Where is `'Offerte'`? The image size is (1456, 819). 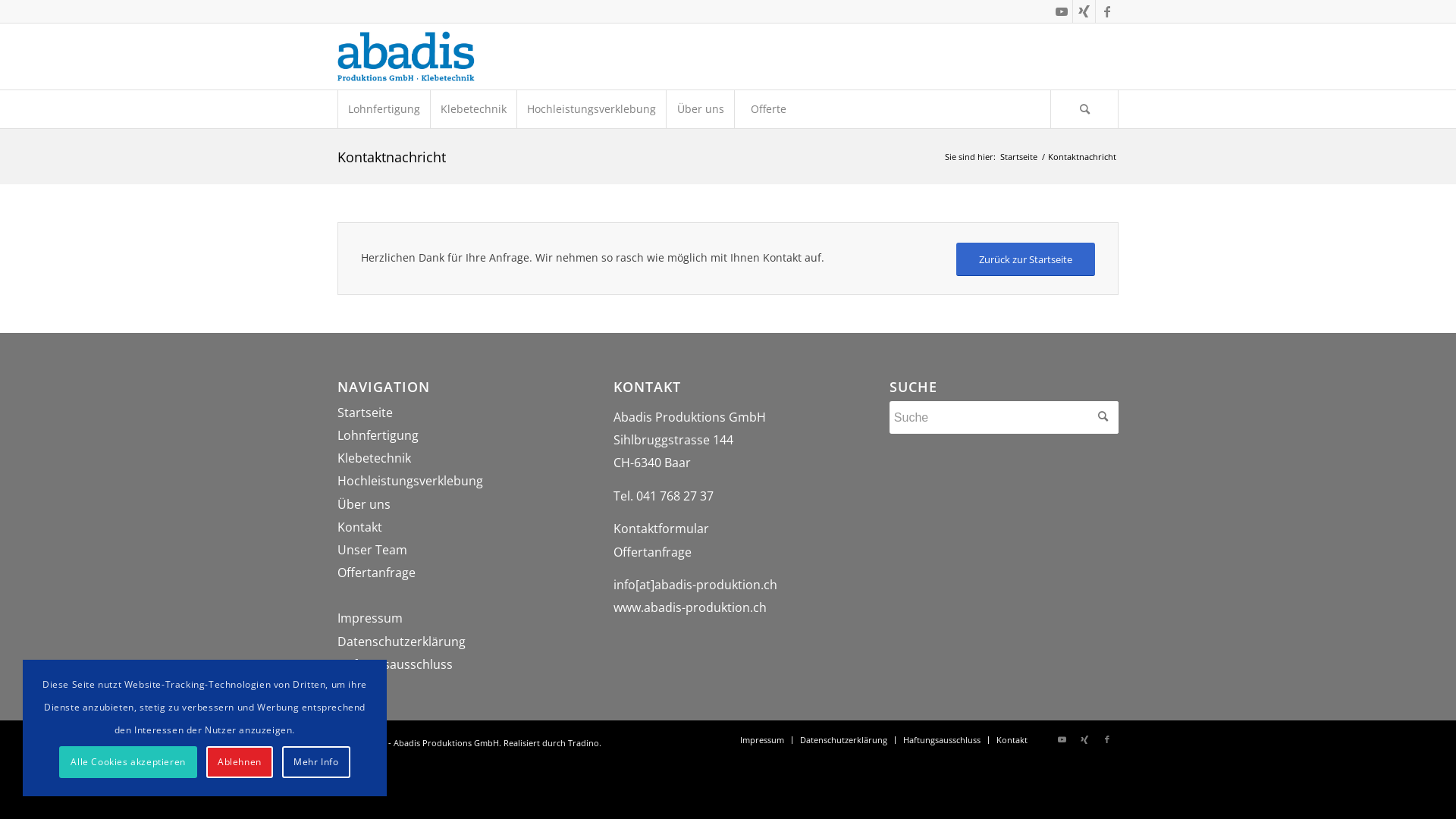
'Offerte' is located at coordinates (767, 108).